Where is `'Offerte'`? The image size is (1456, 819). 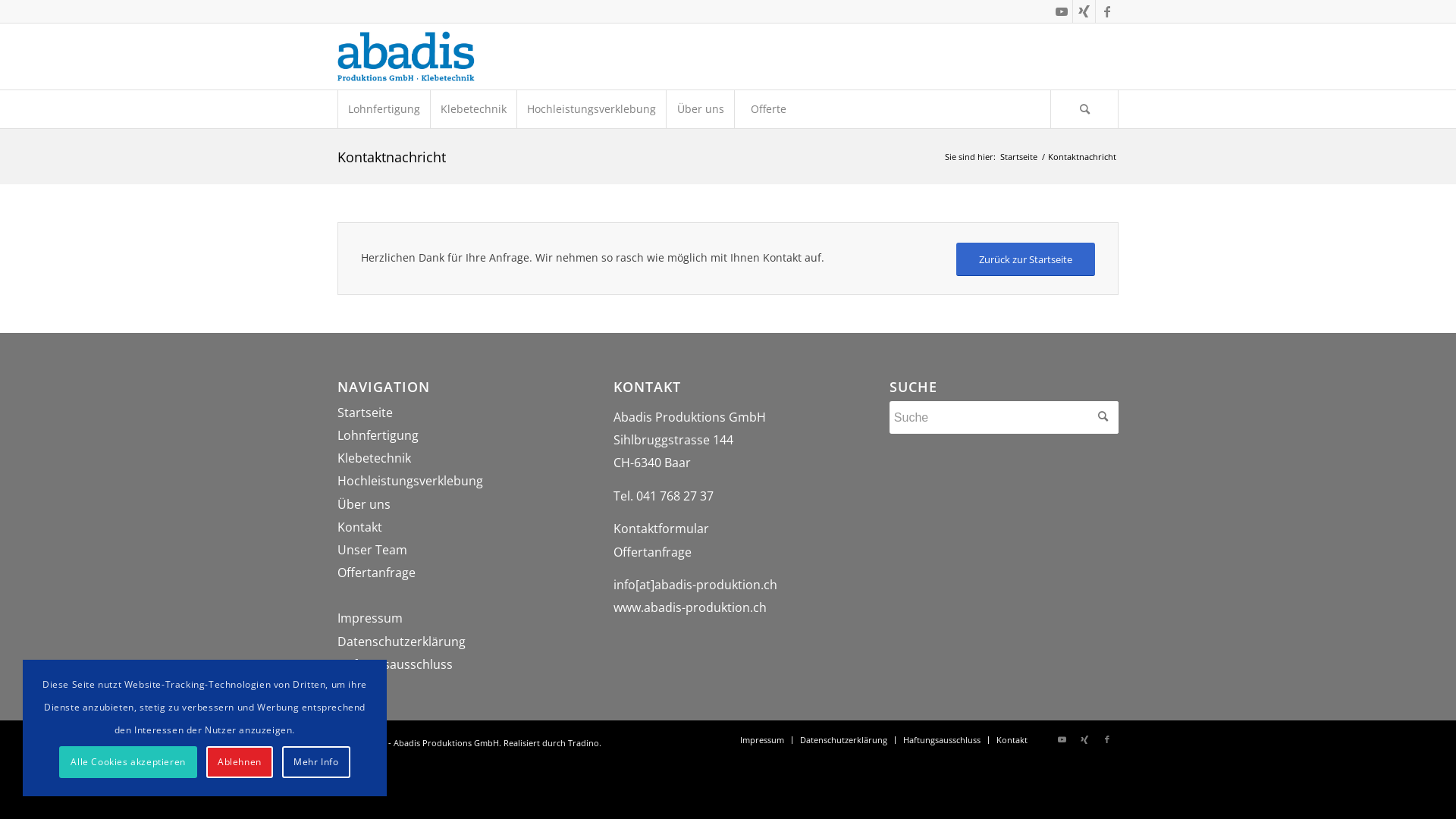
'Offerte' is located at coordinates (767, 108).